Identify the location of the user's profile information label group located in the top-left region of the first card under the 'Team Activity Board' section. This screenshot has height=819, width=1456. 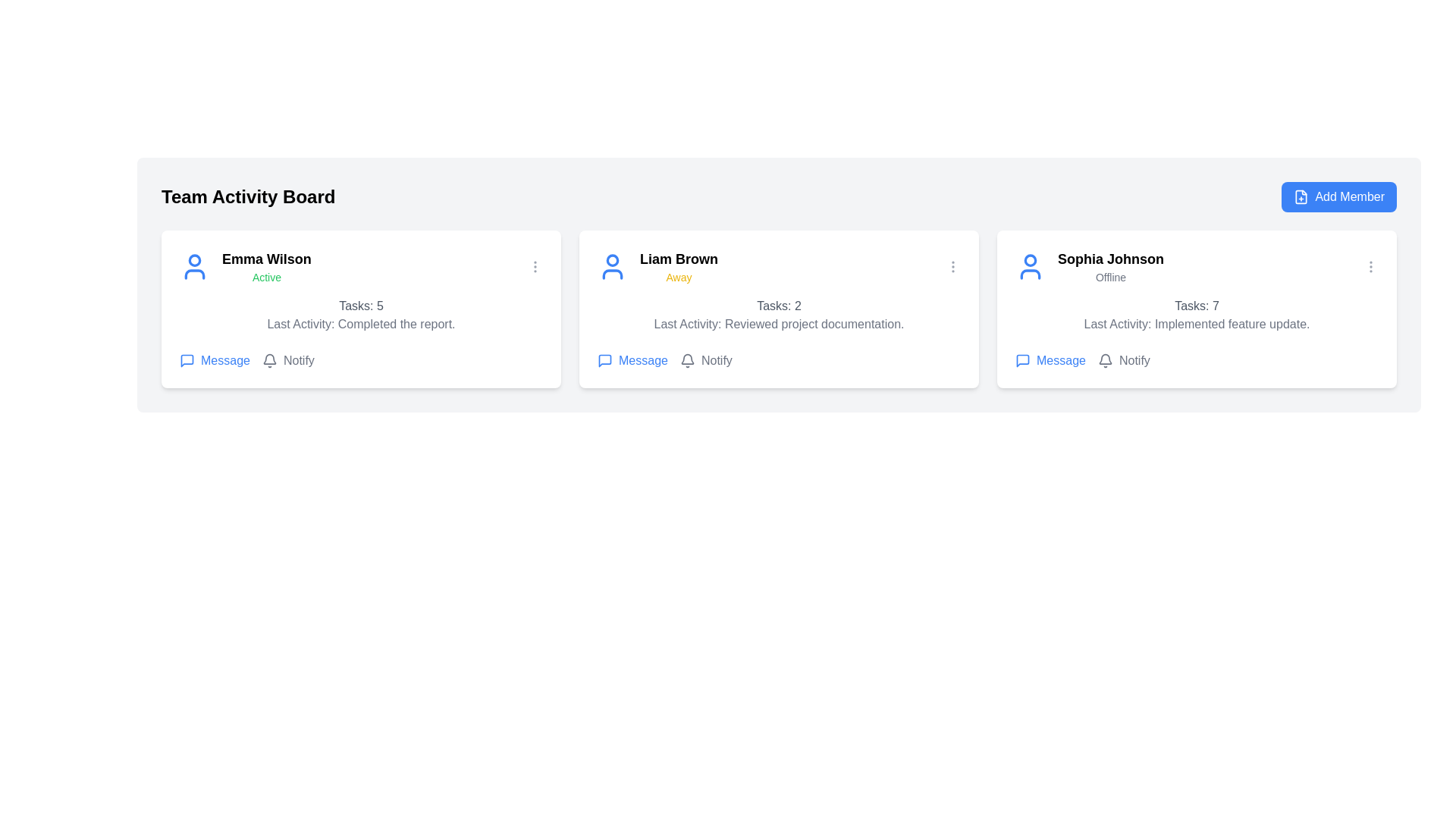
(245, 265).